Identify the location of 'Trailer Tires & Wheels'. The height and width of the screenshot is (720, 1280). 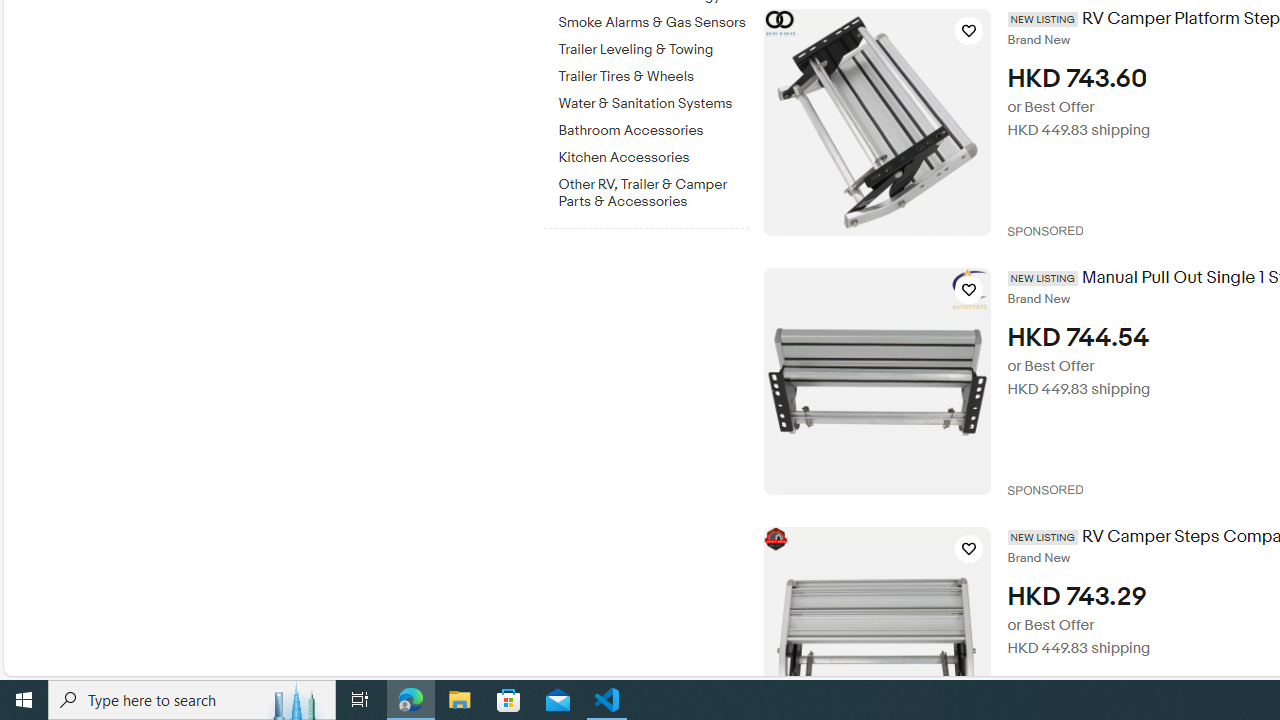
(653, 72).